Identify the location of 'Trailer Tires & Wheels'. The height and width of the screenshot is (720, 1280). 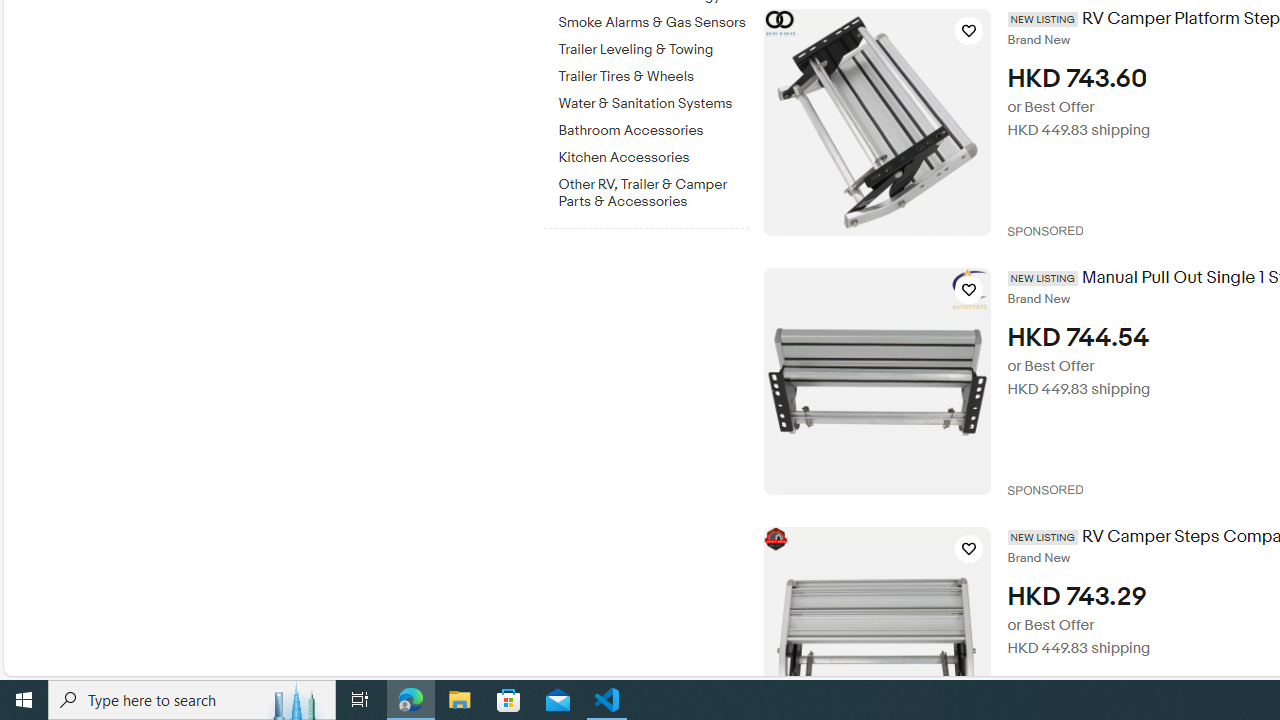
(653, 72).